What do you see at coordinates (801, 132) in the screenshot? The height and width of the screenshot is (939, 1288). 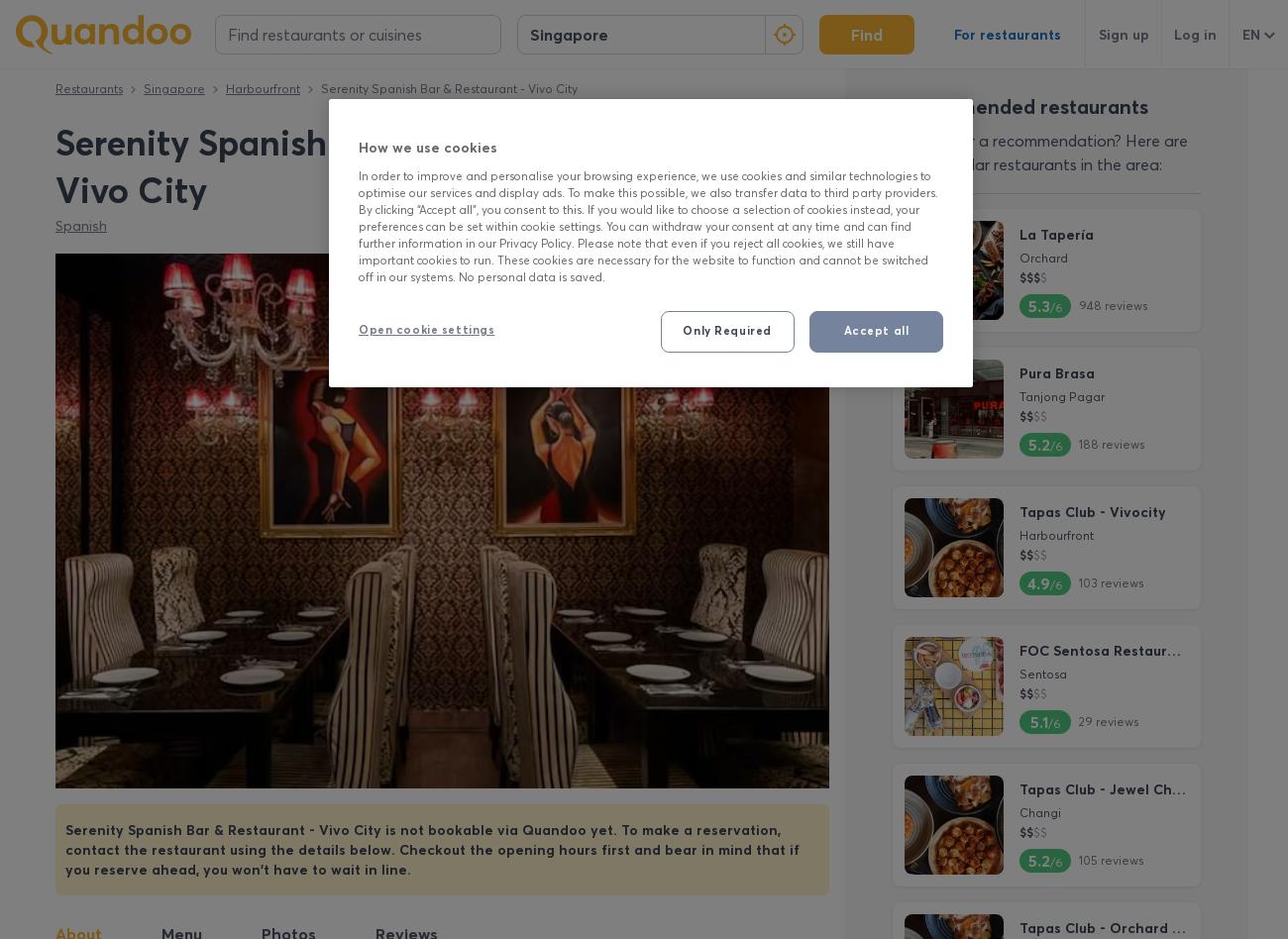 I see `'/'` at bounding box center [801, 132].